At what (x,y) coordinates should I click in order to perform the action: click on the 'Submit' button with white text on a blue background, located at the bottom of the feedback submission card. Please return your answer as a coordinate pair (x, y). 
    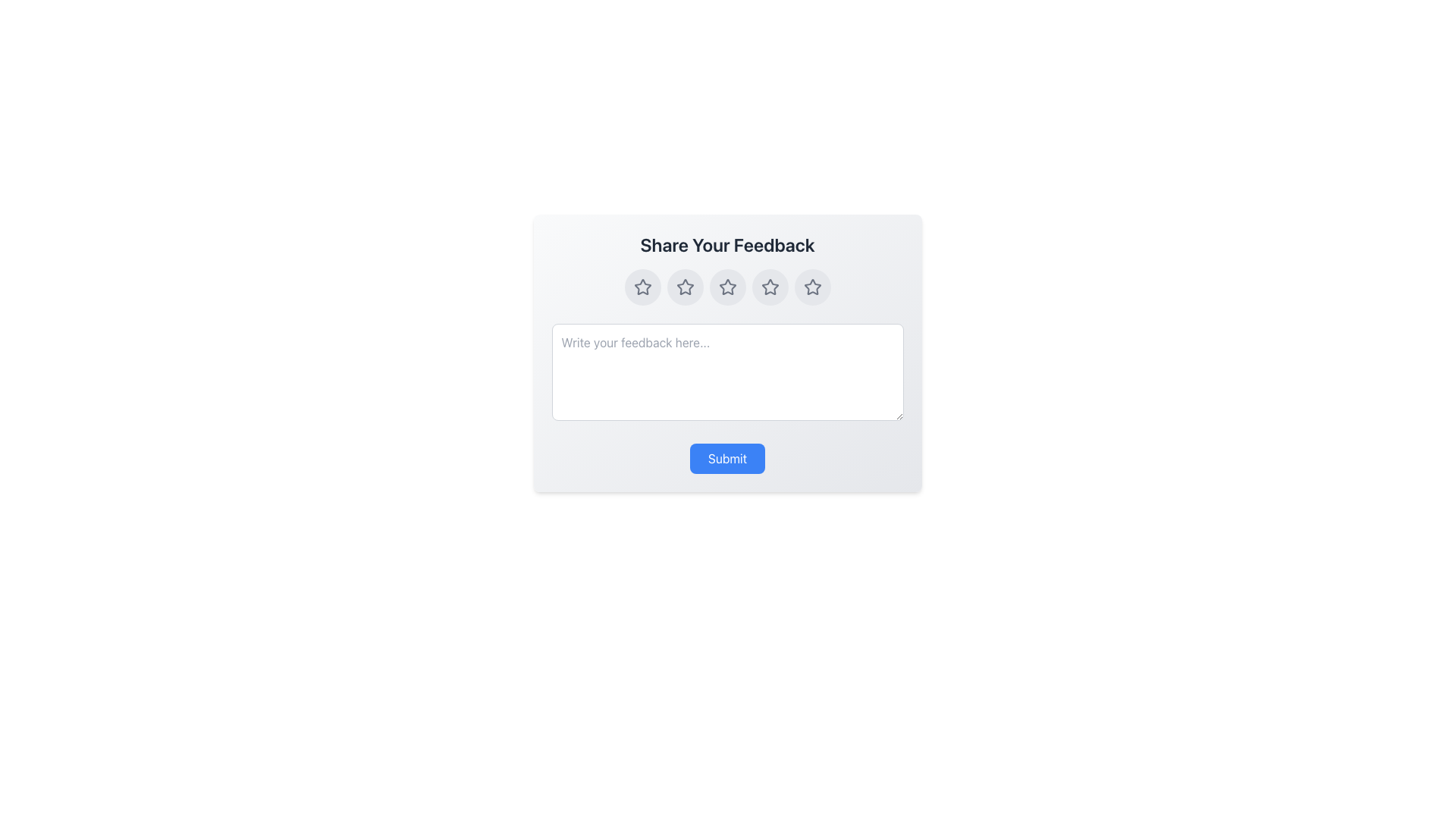
    Looking at the image, I should click on (726, 458).